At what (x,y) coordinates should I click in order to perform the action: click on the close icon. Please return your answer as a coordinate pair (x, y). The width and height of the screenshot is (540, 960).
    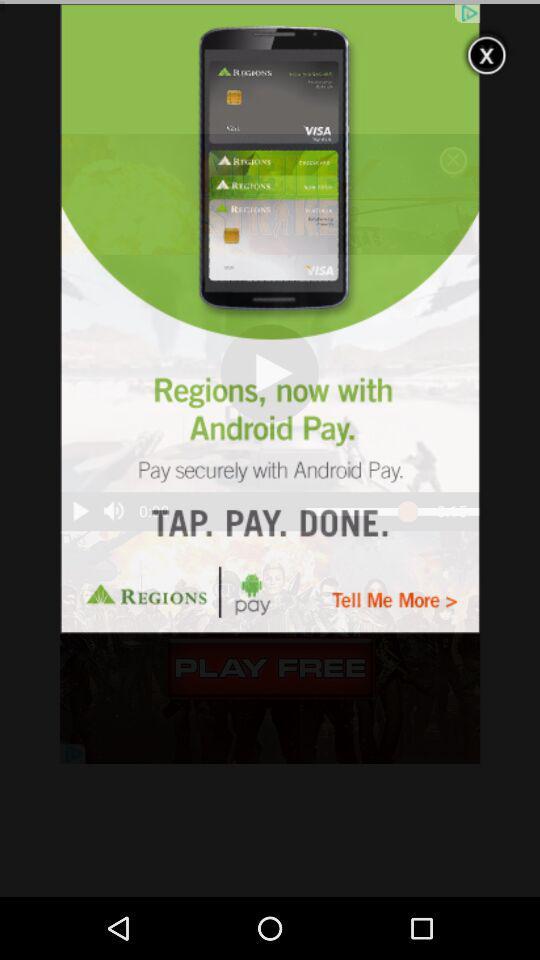
    Looking at the image, I should click on (486, 51).